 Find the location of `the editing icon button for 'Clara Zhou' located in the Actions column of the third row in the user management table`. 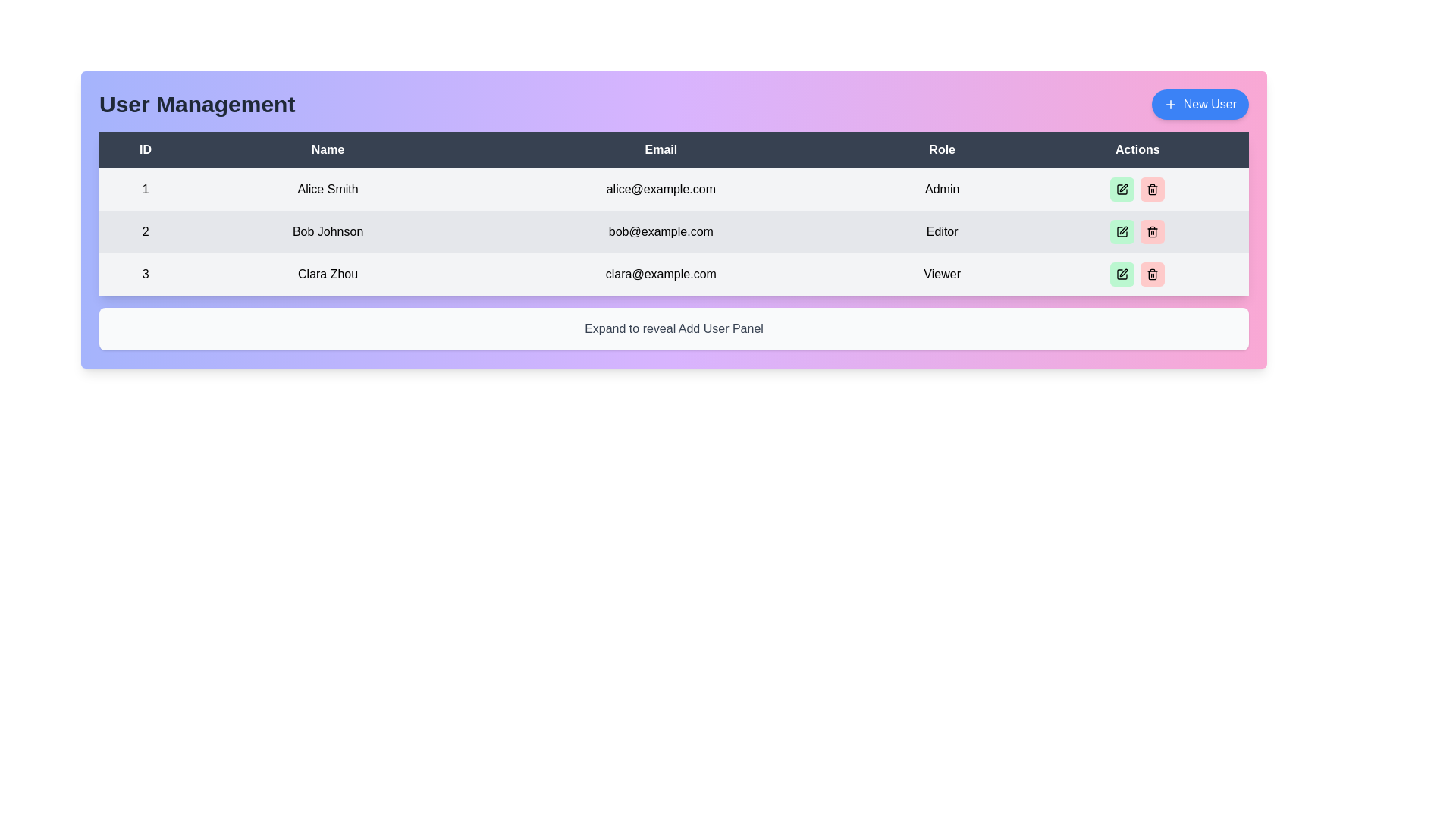

the editing icon button for 'Clara Zhou' located in the Actions column of the third row in the user management table is located at coordinates (1122, 275).